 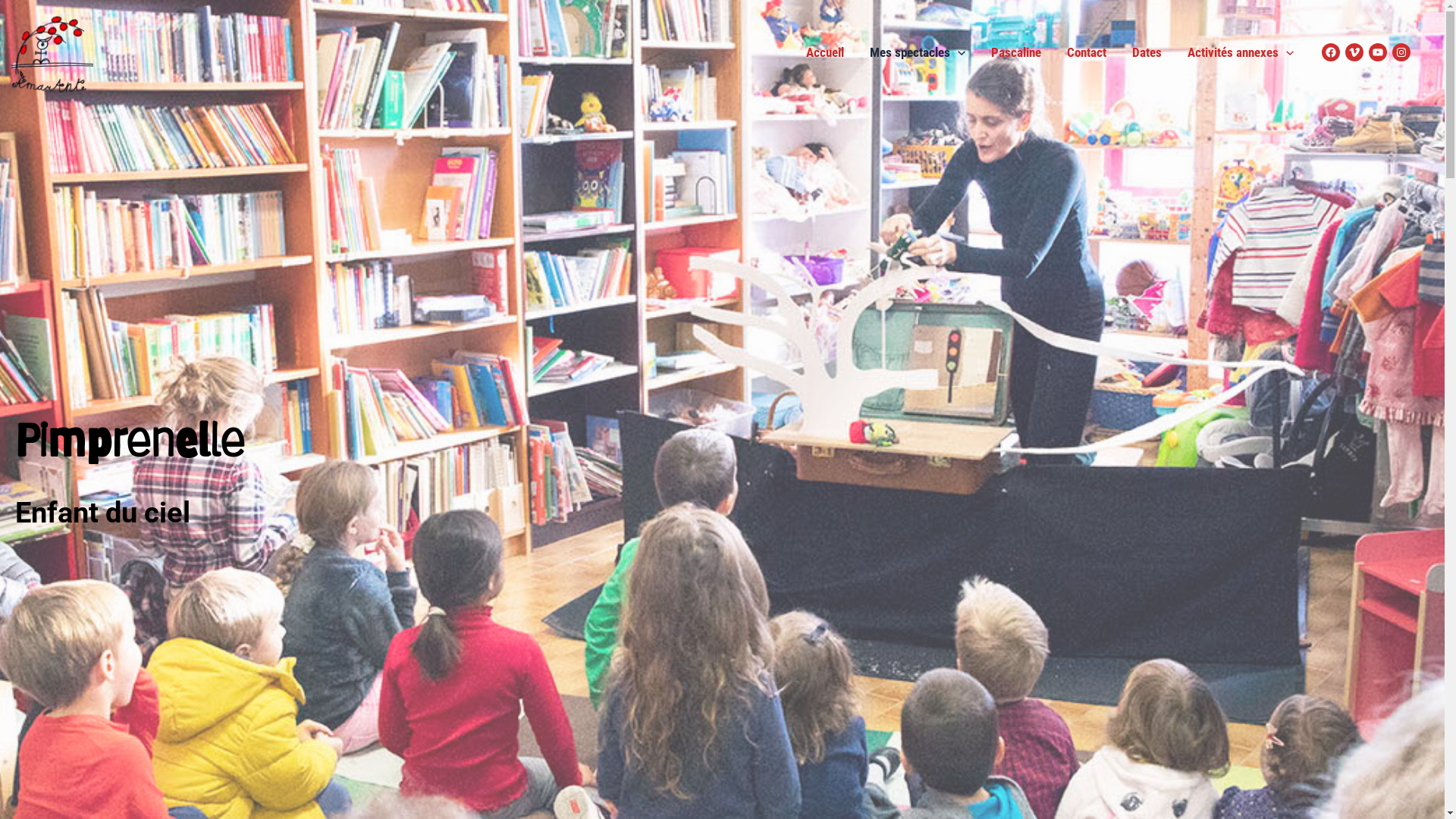 I want to click on 'Instagram', so click(x=1401, y=52).